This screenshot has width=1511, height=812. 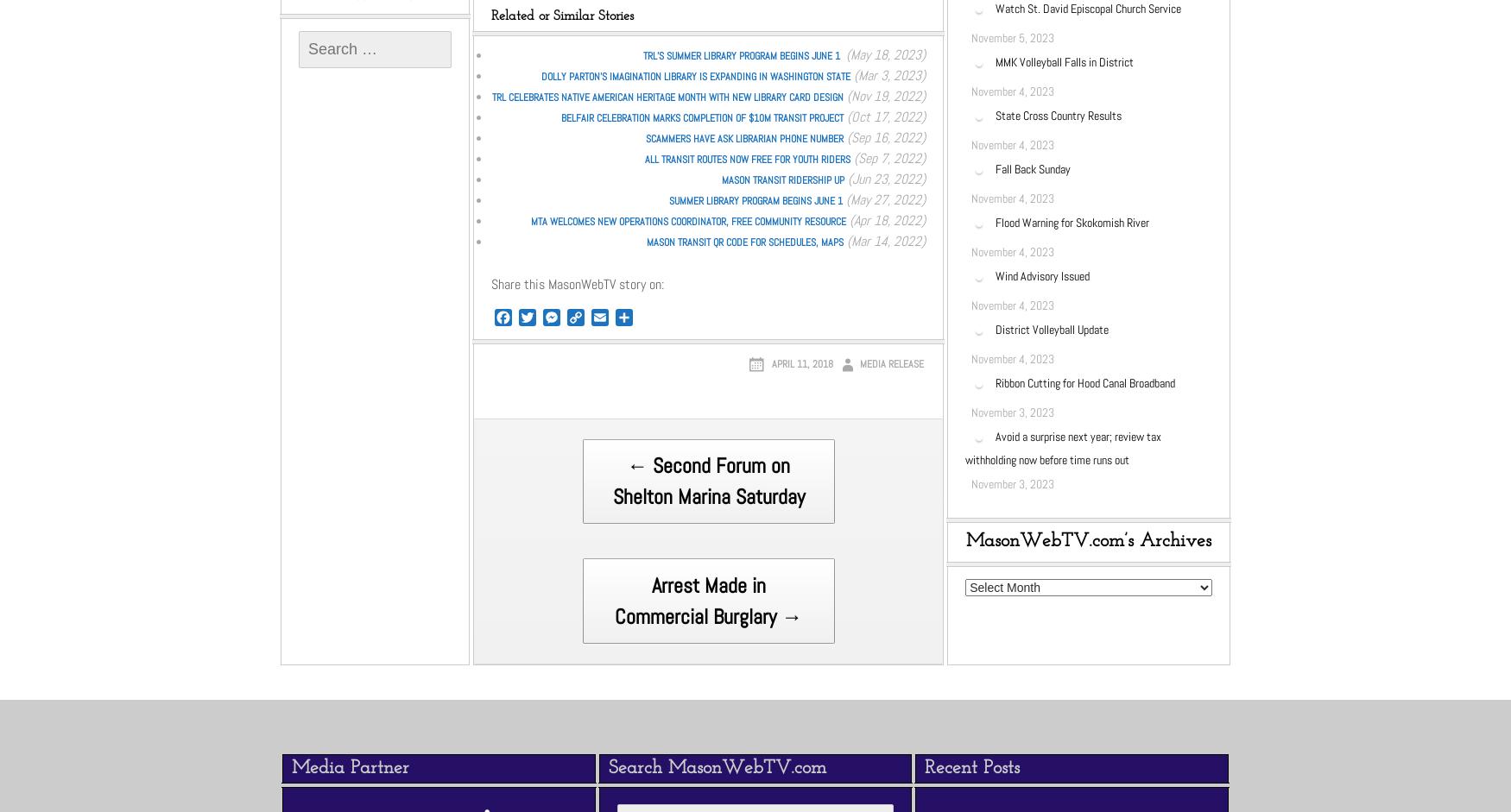 What do you see at coordinates (844, 178) in the screenshot?
I see `'(Jun 23, 2022)'` at bounding box center [844, 178].